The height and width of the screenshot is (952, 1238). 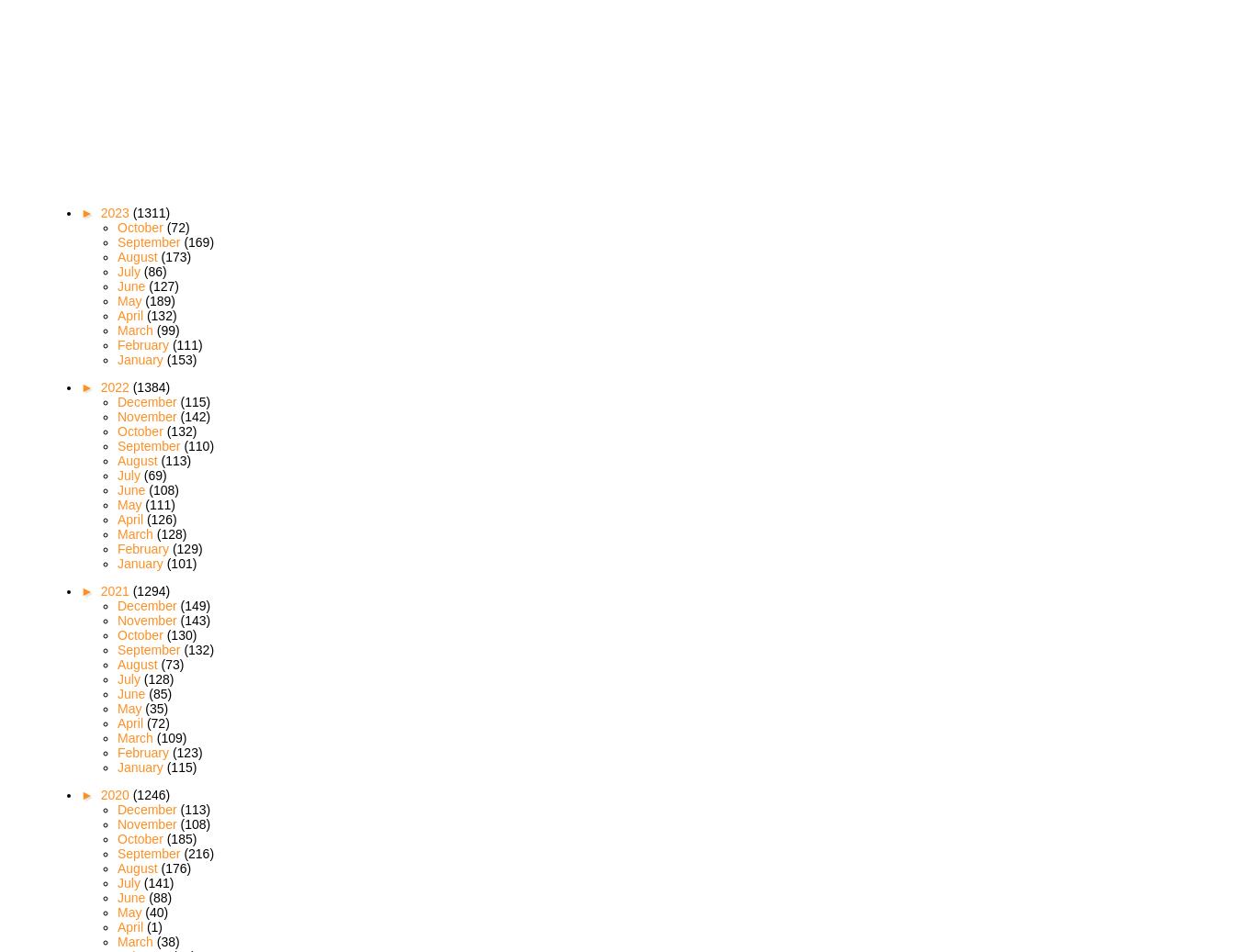 I want to click on '(35)', so click(x=143, y=708).